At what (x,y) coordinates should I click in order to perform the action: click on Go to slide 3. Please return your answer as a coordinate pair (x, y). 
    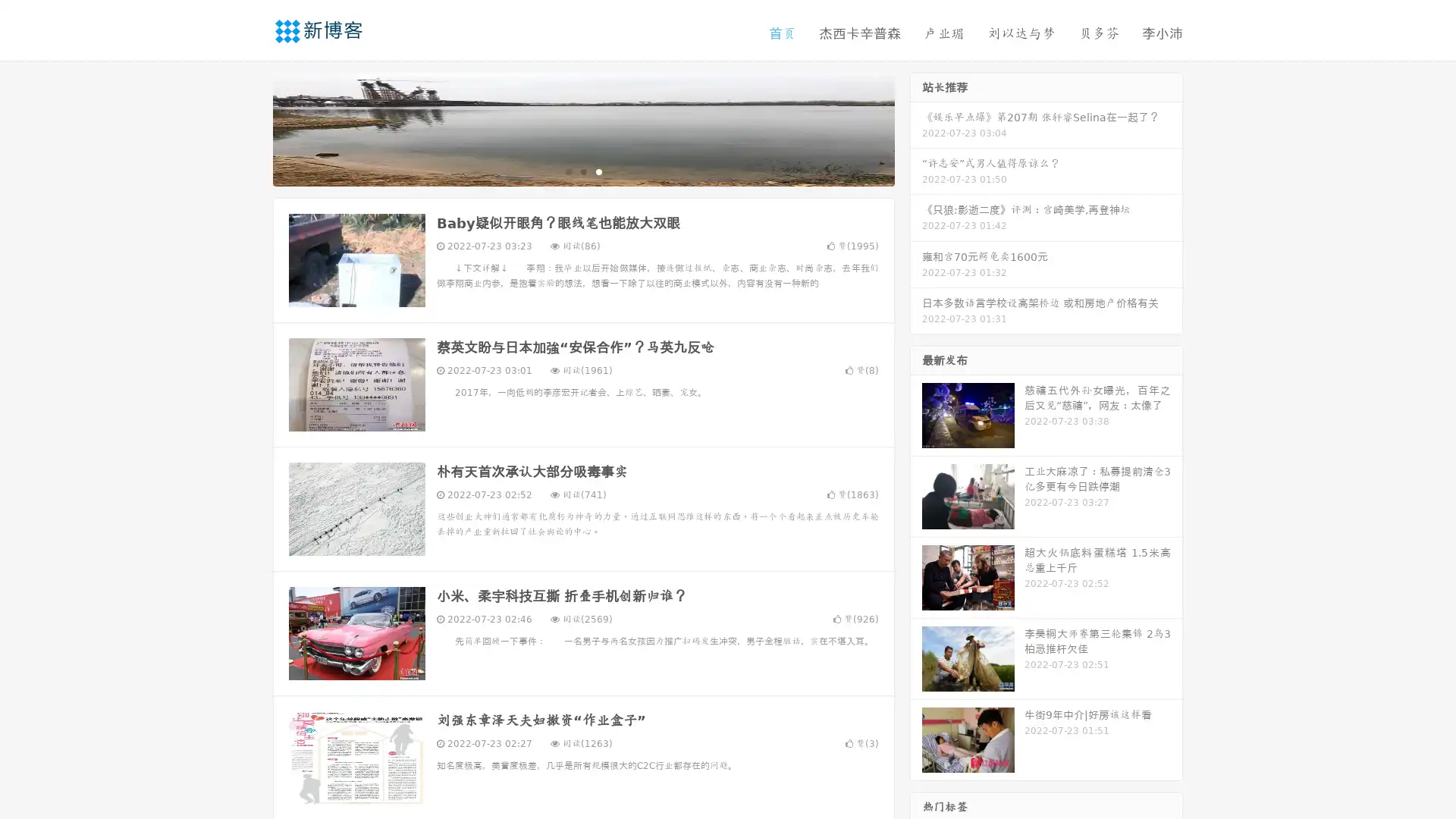
    Looking at the image, I should click on (598, 171).